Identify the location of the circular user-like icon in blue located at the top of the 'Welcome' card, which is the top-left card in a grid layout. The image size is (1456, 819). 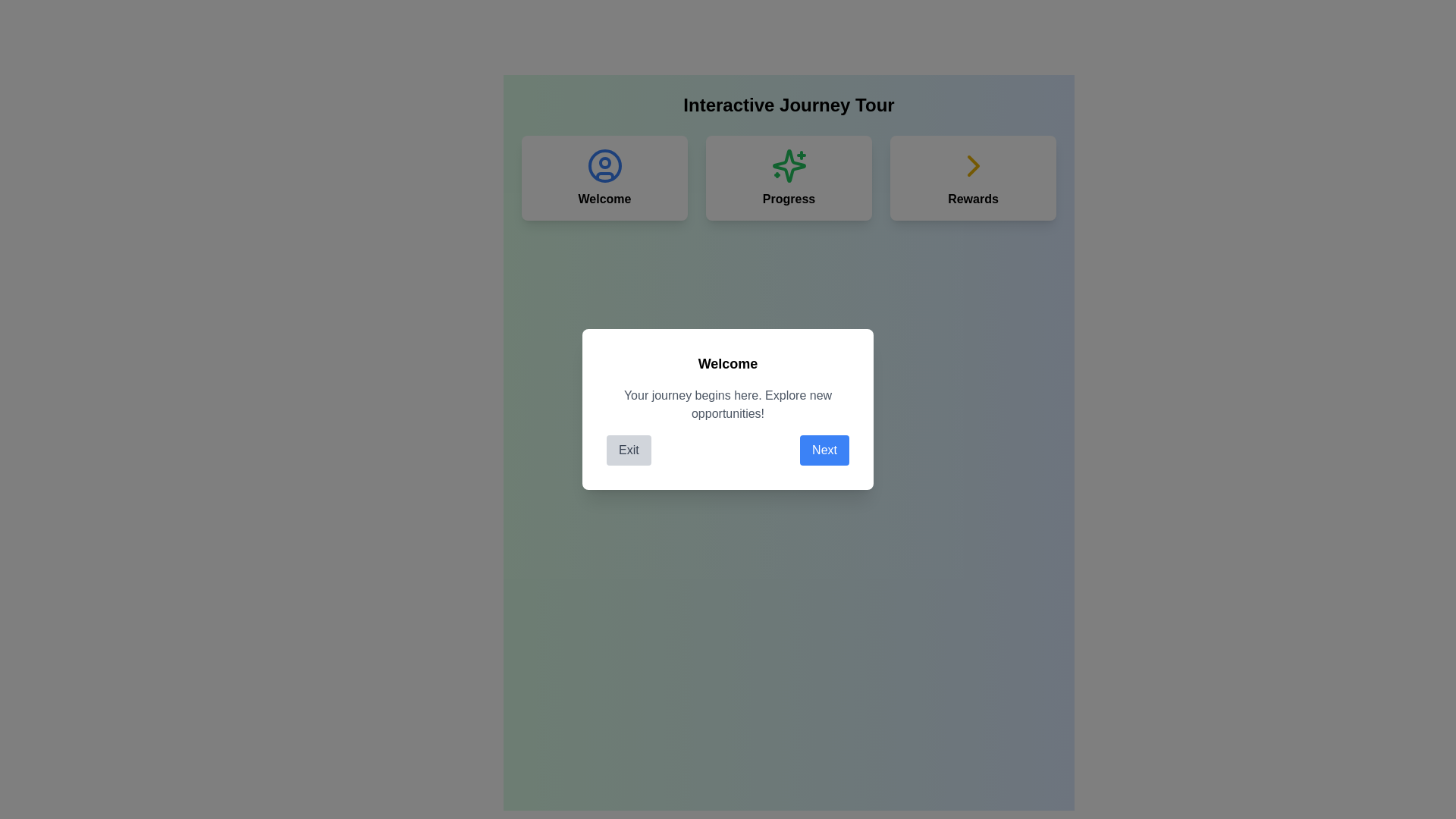
(604, 166).